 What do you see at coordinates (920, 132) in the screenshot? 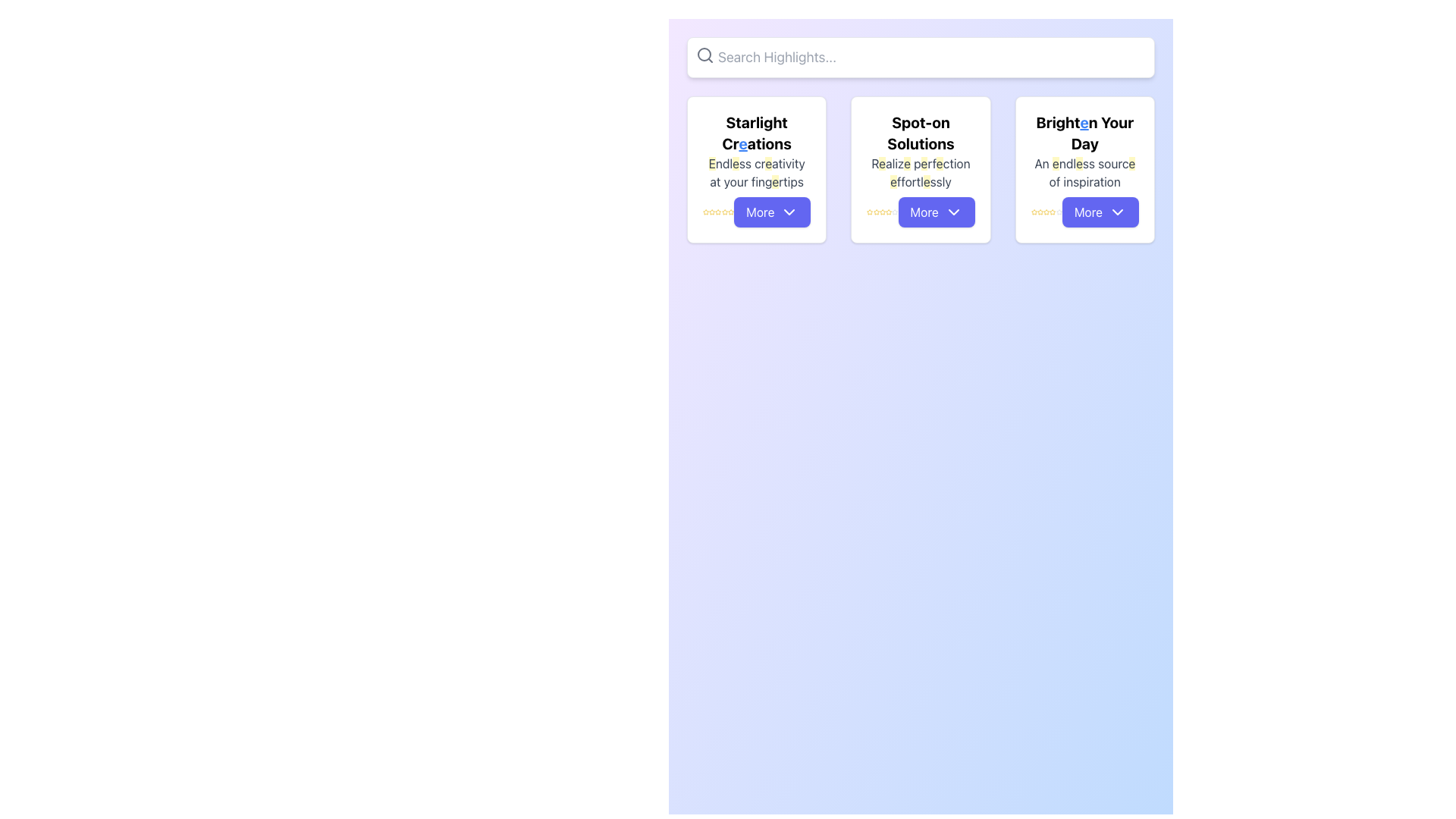
I see `bold black text that says 'Spot-on Solutions', which is centrally positioned in the second card of a three-column layout on a soft gradient background` at bounding box center [920, 132].